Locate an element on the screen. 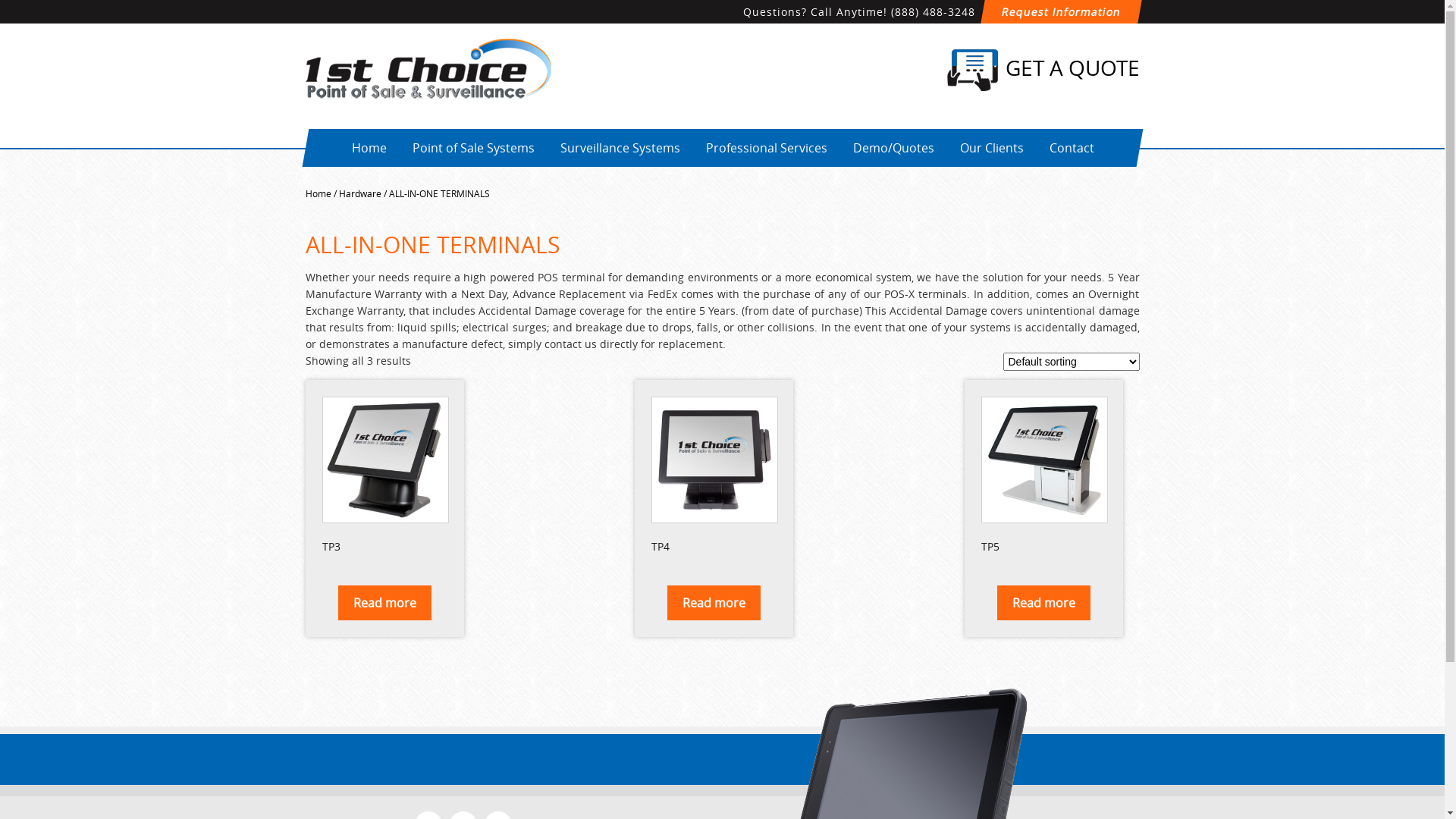 The image size is (1456, 819). 'Read more' is located at coordinates (384, 601).